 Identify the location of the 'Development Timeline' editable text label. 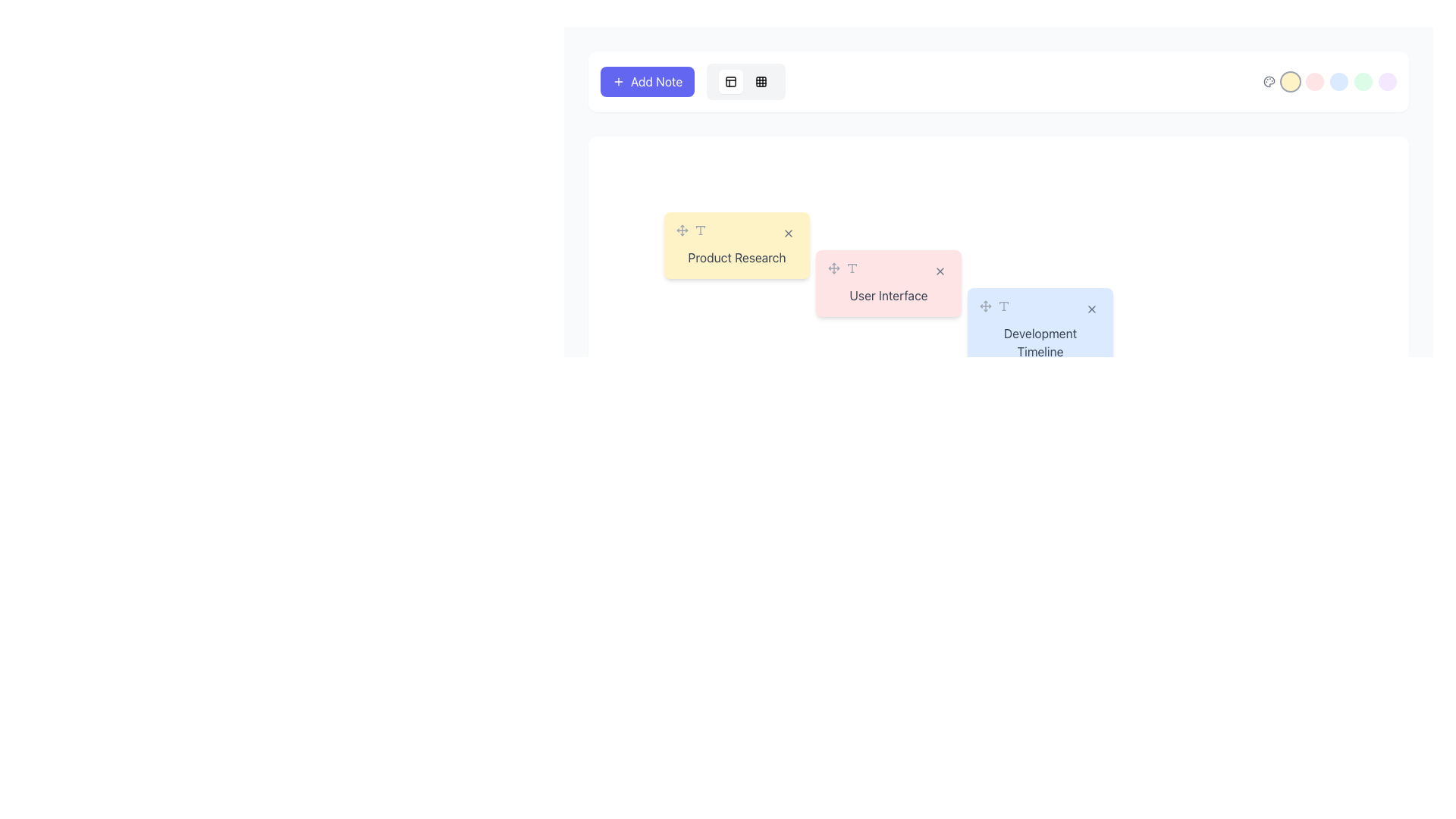
(1040, 342).